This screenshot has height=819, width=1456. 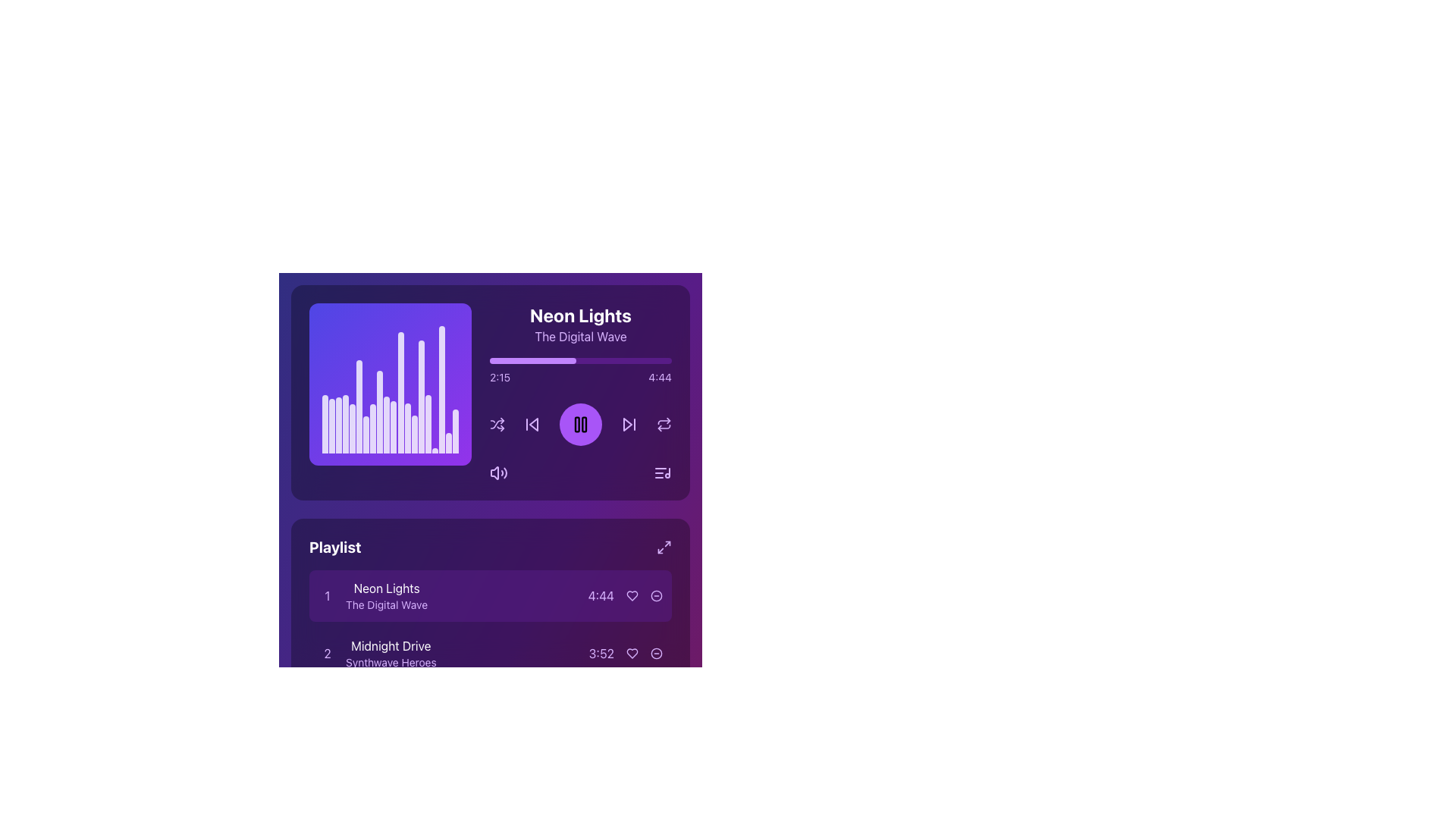 I want to click on the pause button, which is represented by two vertical bars within a purple circular button, located in the bottom-right section of the media player header, so click(x=580, y=424).